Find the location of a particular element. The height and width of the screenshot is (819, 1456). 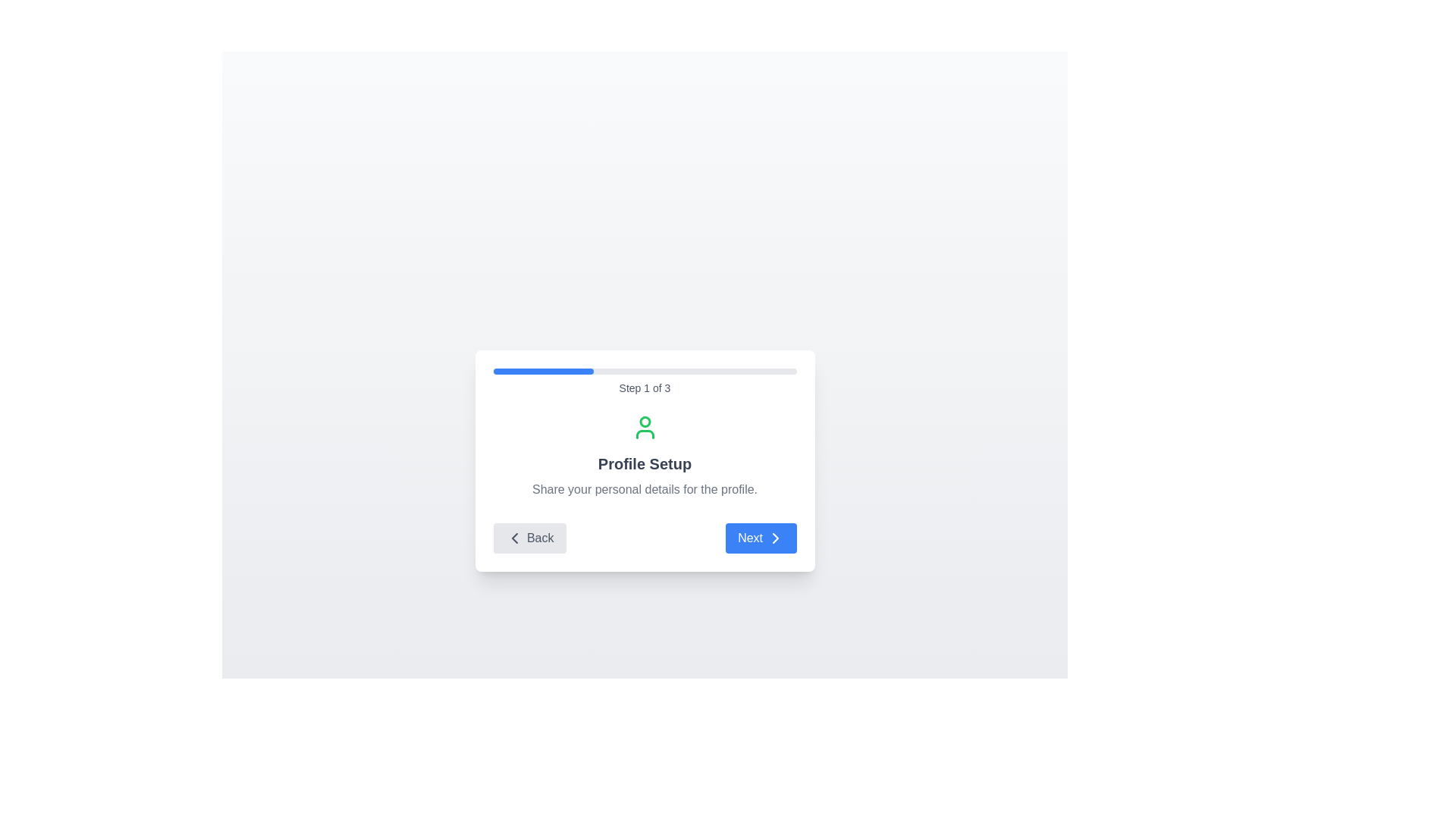

the informational text element that provides guidance for the current step in a multi-step process, located centrally in the interface below the 'Step 1 of 3' progress indicator and above the 'Back' and 'Next' navigation buttons is located at coordinates (645, 455).